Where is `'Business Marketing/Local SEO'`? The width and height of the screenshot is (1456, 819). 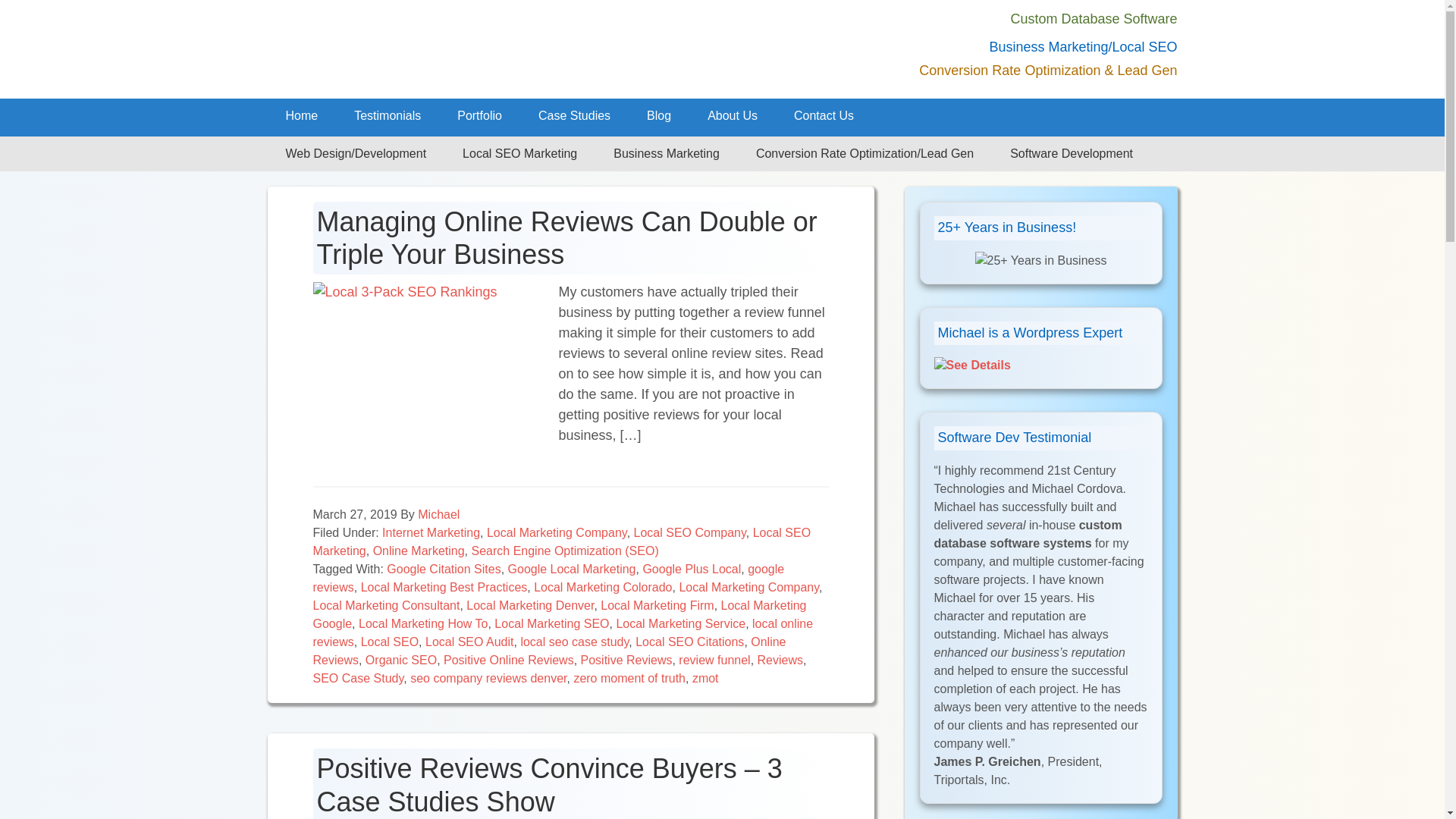 'Business Marketing/Local SEO' is located at coordinates (1082, 45).